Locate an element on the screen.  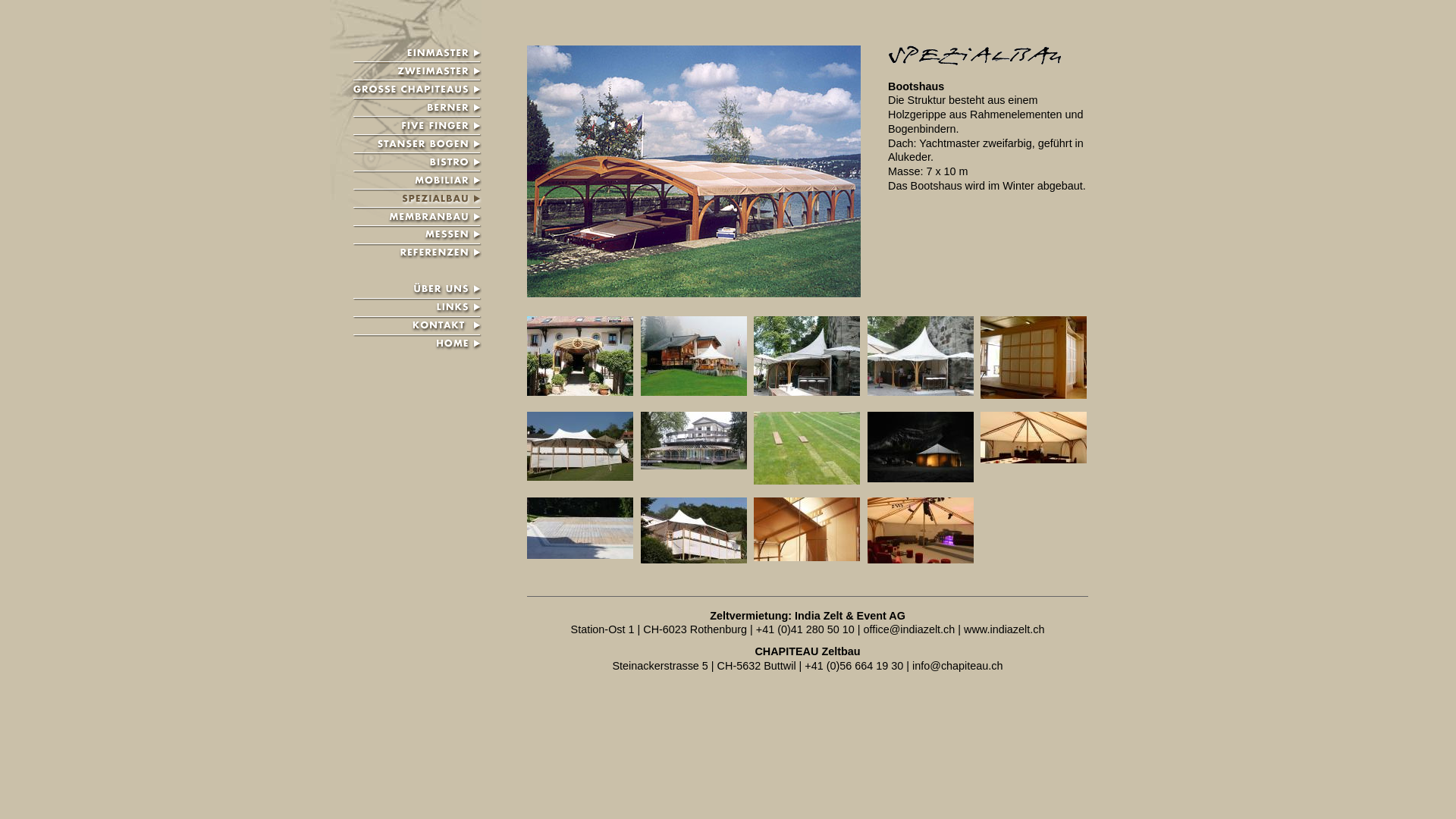
'www.indiazelt.ch' is located at coordinates (963, 629).